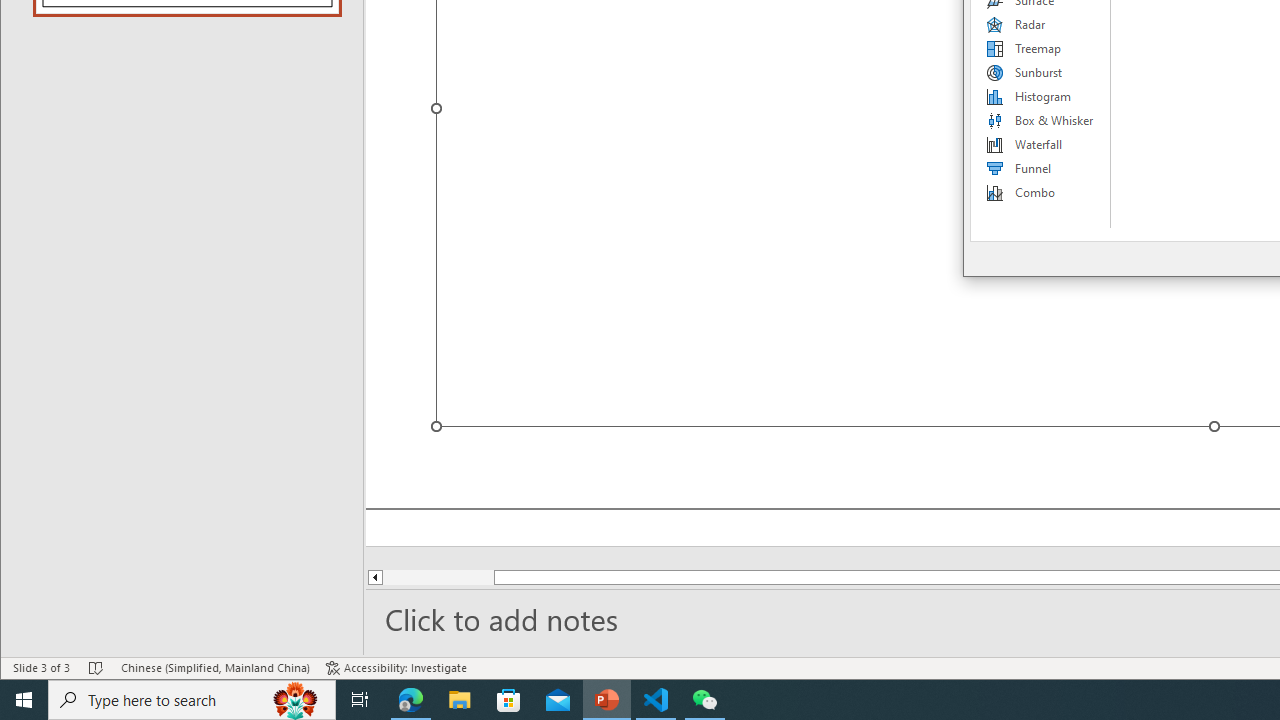  What do you see at coordinates (1040, 72) in the screenshot?
I see `'Sunburst'` at bounding box center [1040, 72].